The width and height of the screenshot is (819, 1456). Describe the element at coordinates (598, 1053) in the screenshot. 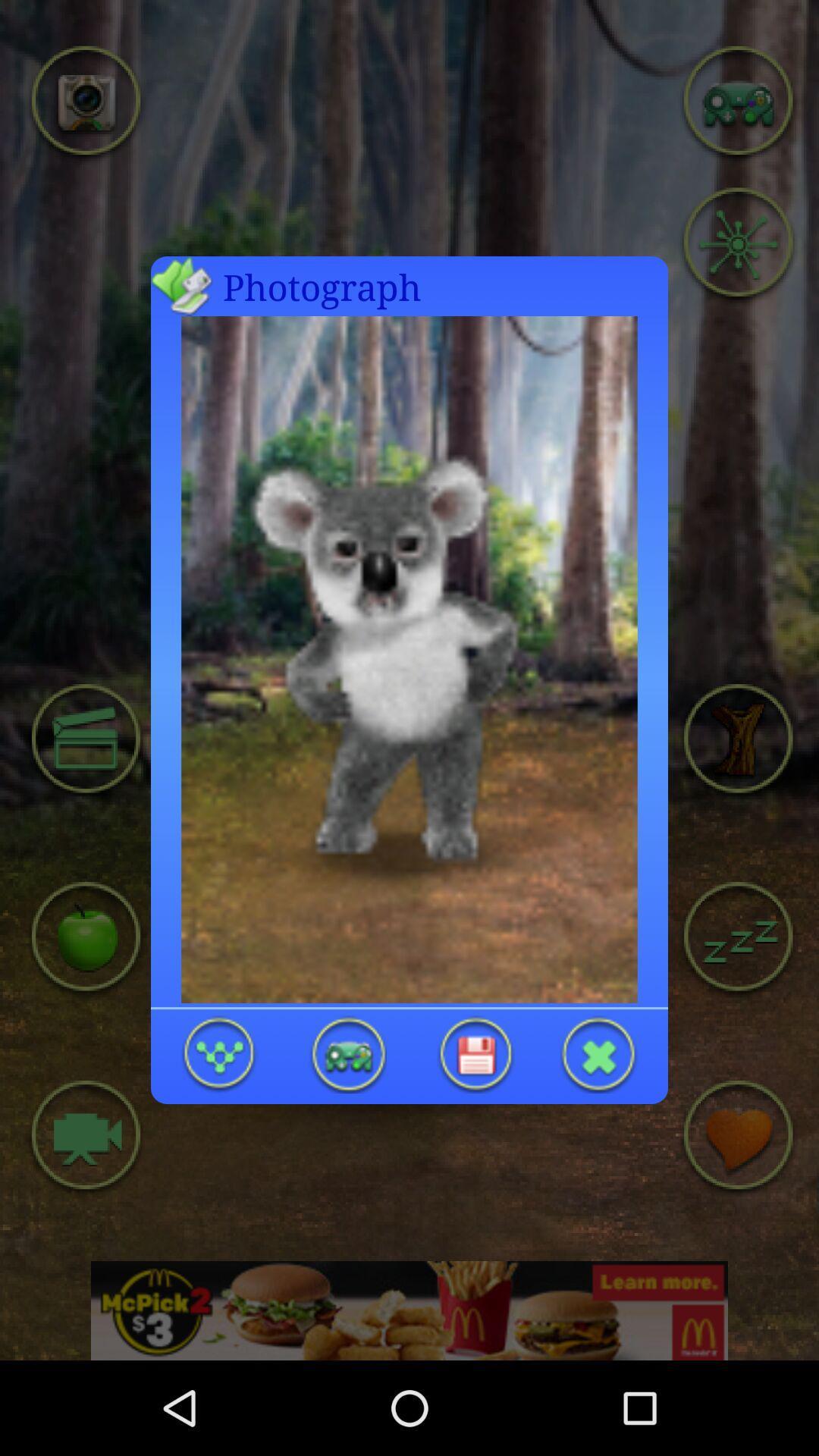

I see `icon at the bottom right corner` at that location.